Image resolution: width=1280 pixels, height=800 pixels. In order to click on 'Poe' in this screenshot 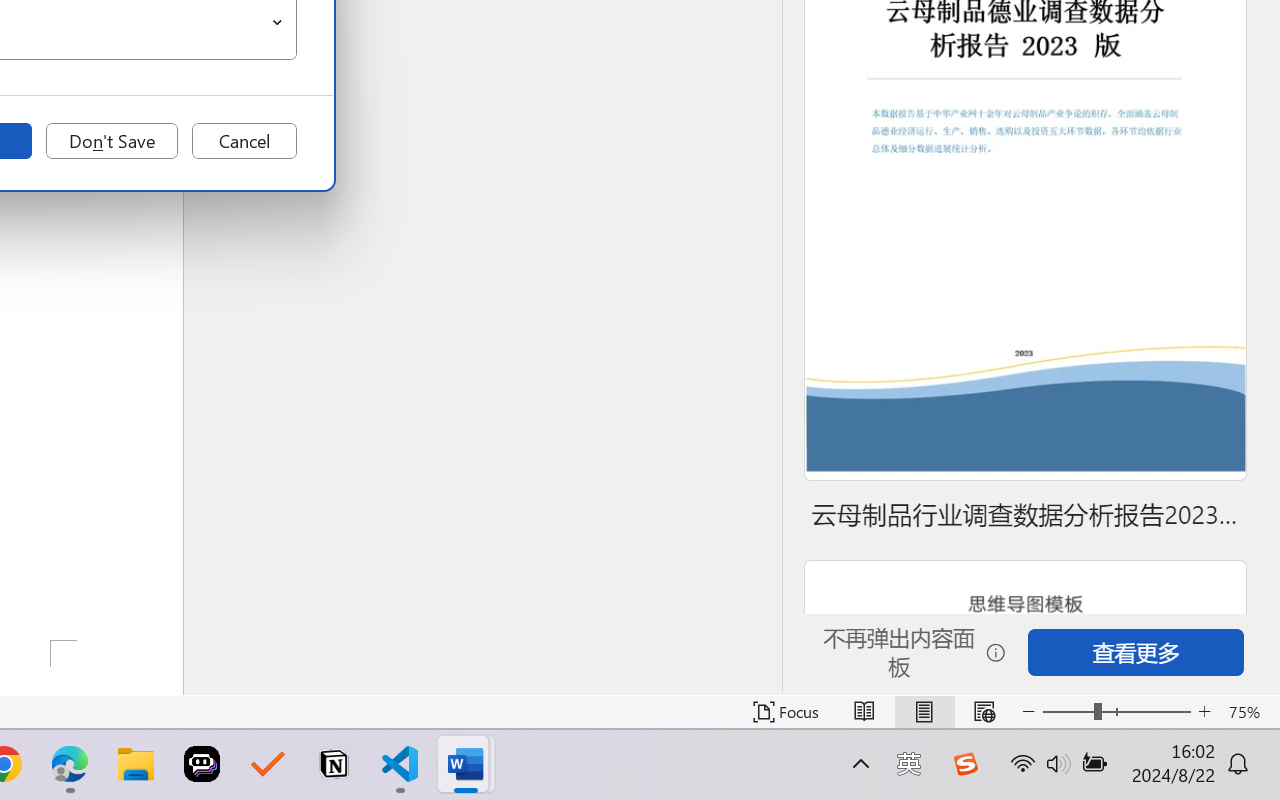, I will do `click(202, 764)`.